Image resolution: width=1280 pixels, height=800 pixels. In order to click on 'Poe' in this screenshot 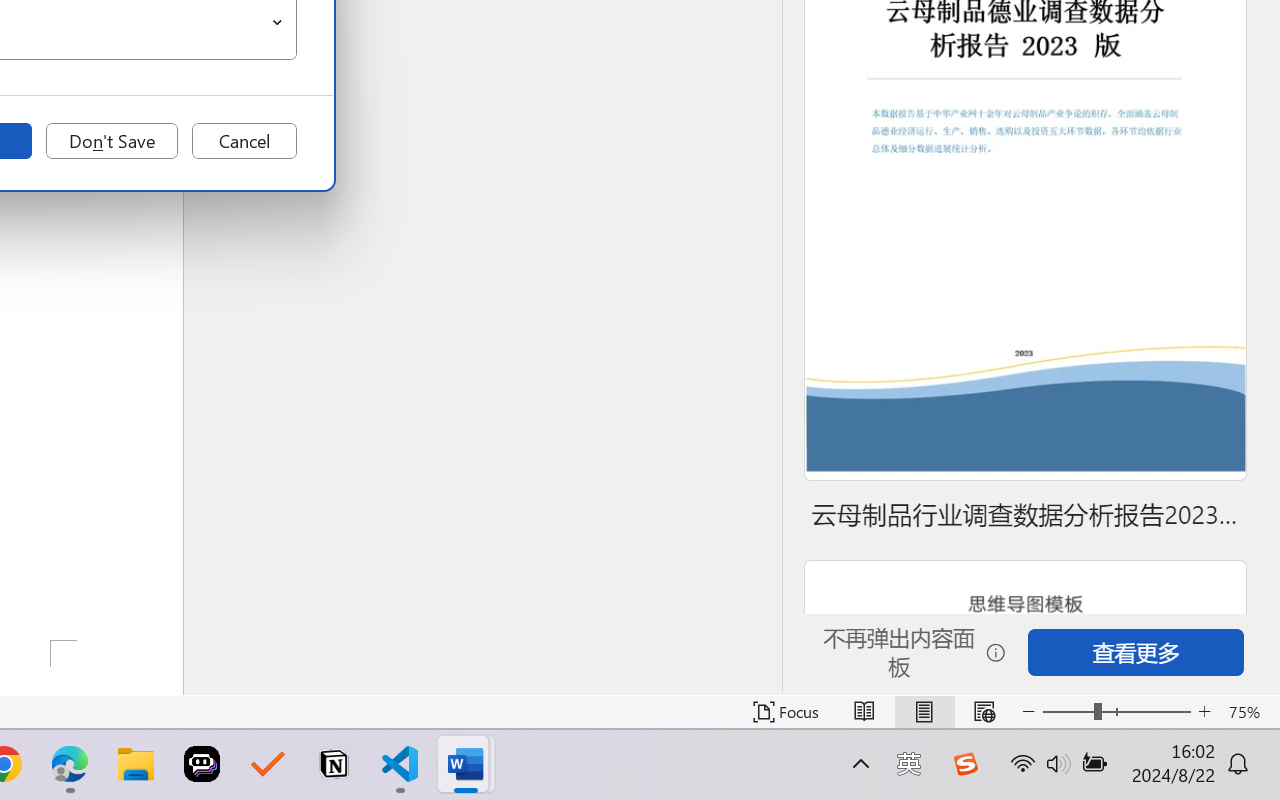, I will do `click(202, 764)`.